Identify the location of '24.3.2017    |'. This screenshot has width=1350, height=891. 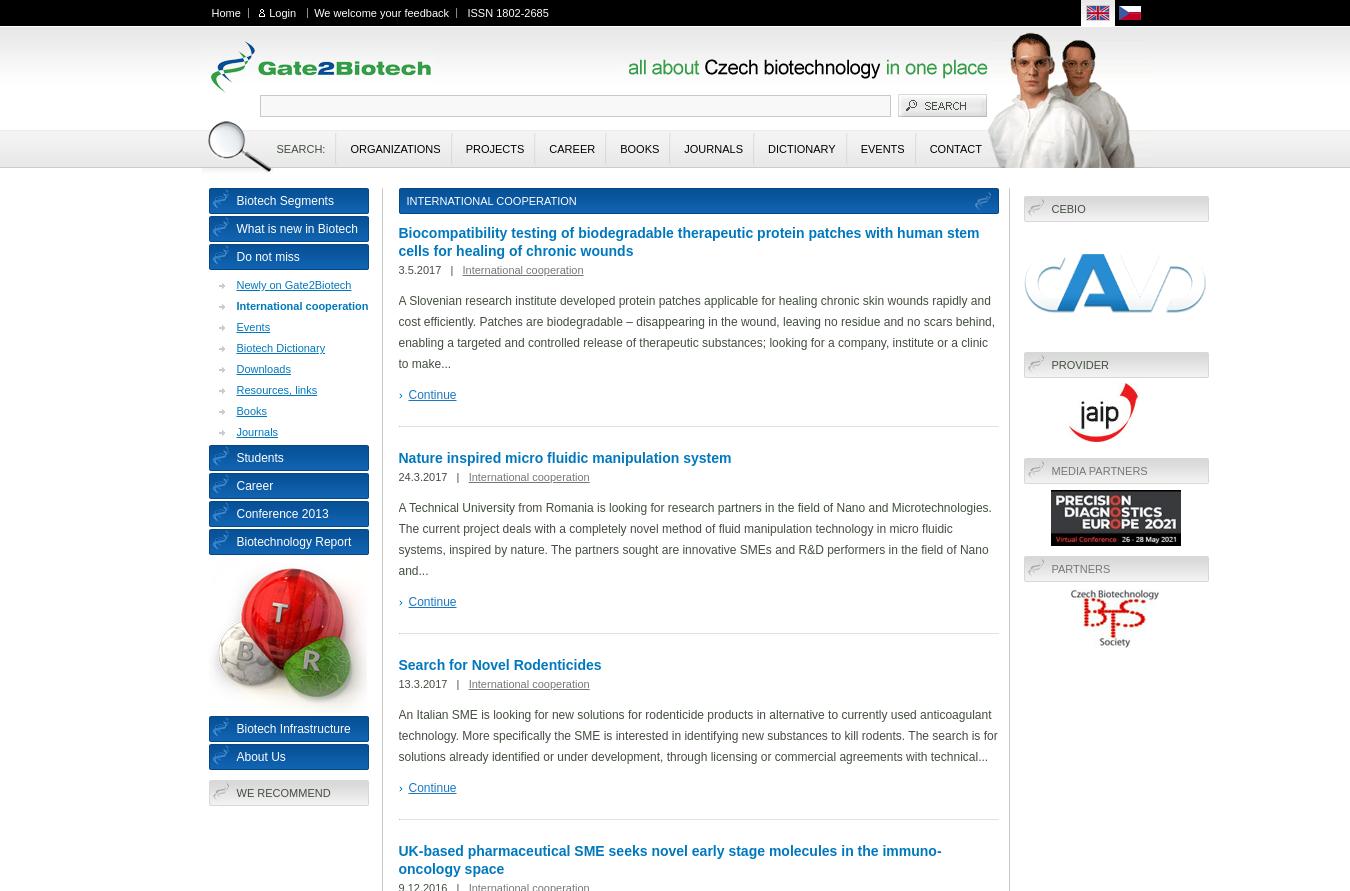
(397, 476).